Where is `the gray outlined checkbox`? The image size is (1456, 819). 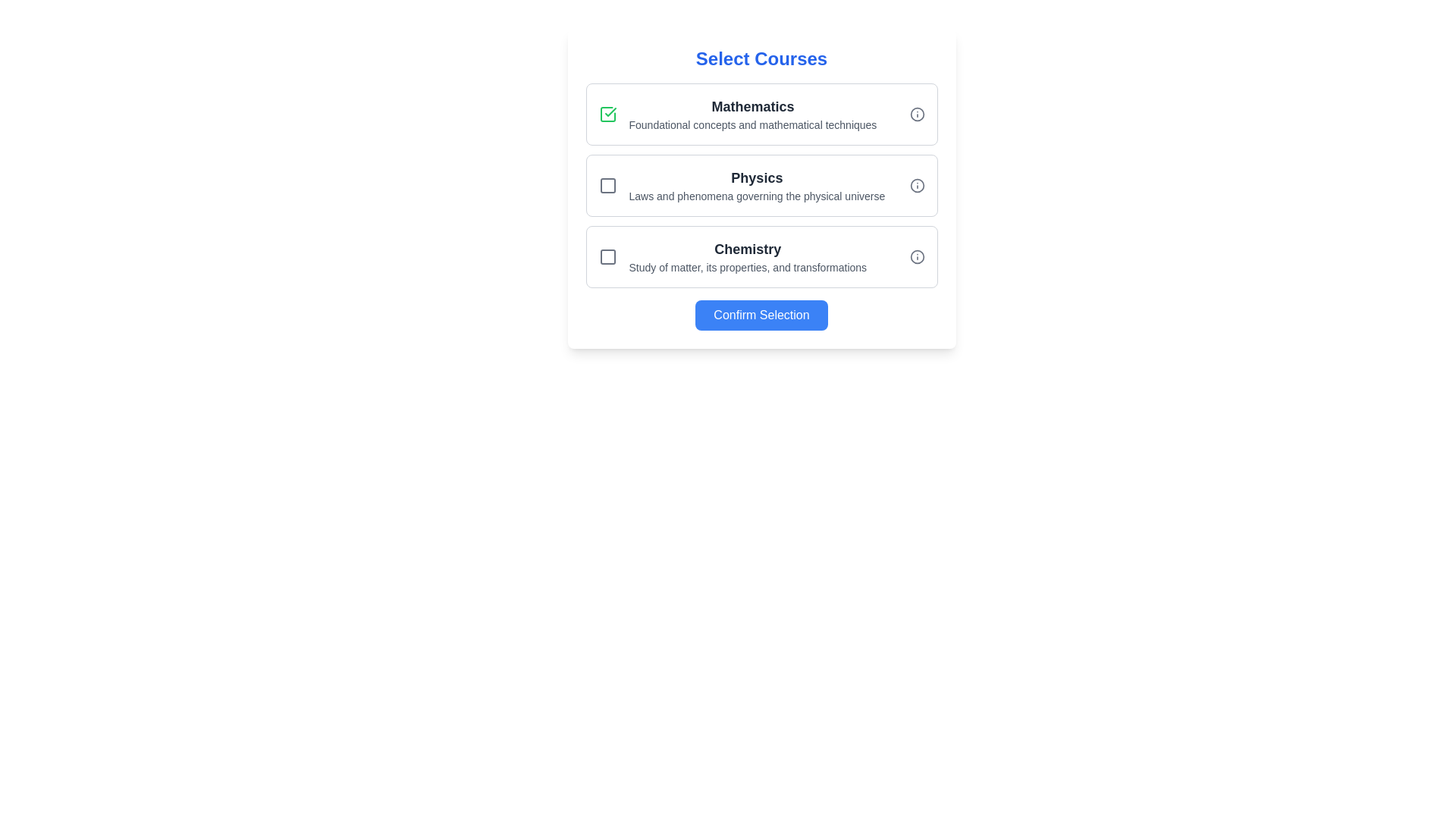
the gray outlined checkbox is located at coordinates (607, 256).